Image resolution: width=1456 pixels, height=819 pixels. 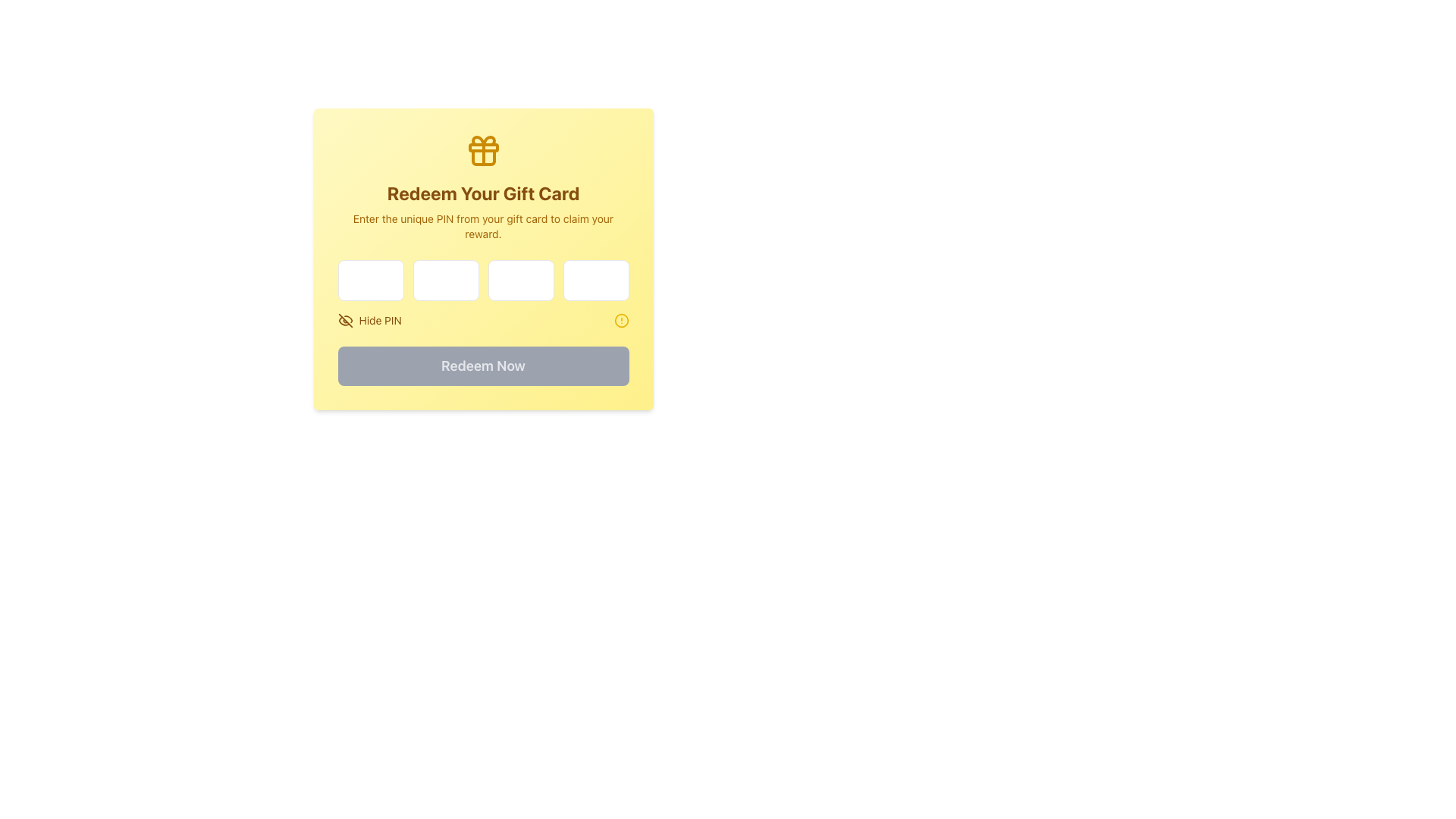 I want to click on the informational section at the top of the form that instructs users to enter their gift card PIN, which is located within a yellow-themed card layout, so click(x=482, y=186).